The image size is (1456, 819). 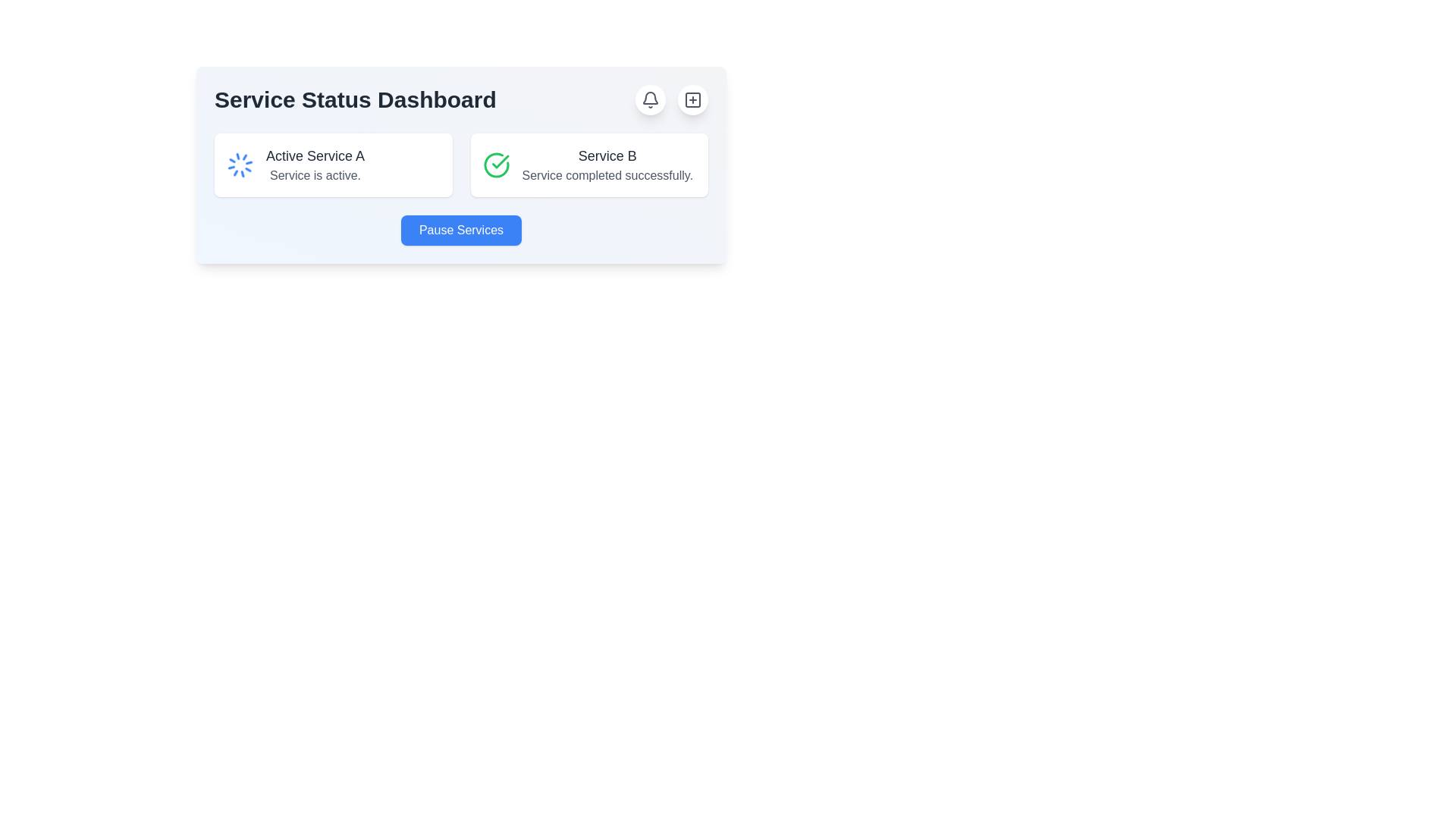 I want to click on the circular button with a white background and a plus sign icon, so click(x=692, y=99).